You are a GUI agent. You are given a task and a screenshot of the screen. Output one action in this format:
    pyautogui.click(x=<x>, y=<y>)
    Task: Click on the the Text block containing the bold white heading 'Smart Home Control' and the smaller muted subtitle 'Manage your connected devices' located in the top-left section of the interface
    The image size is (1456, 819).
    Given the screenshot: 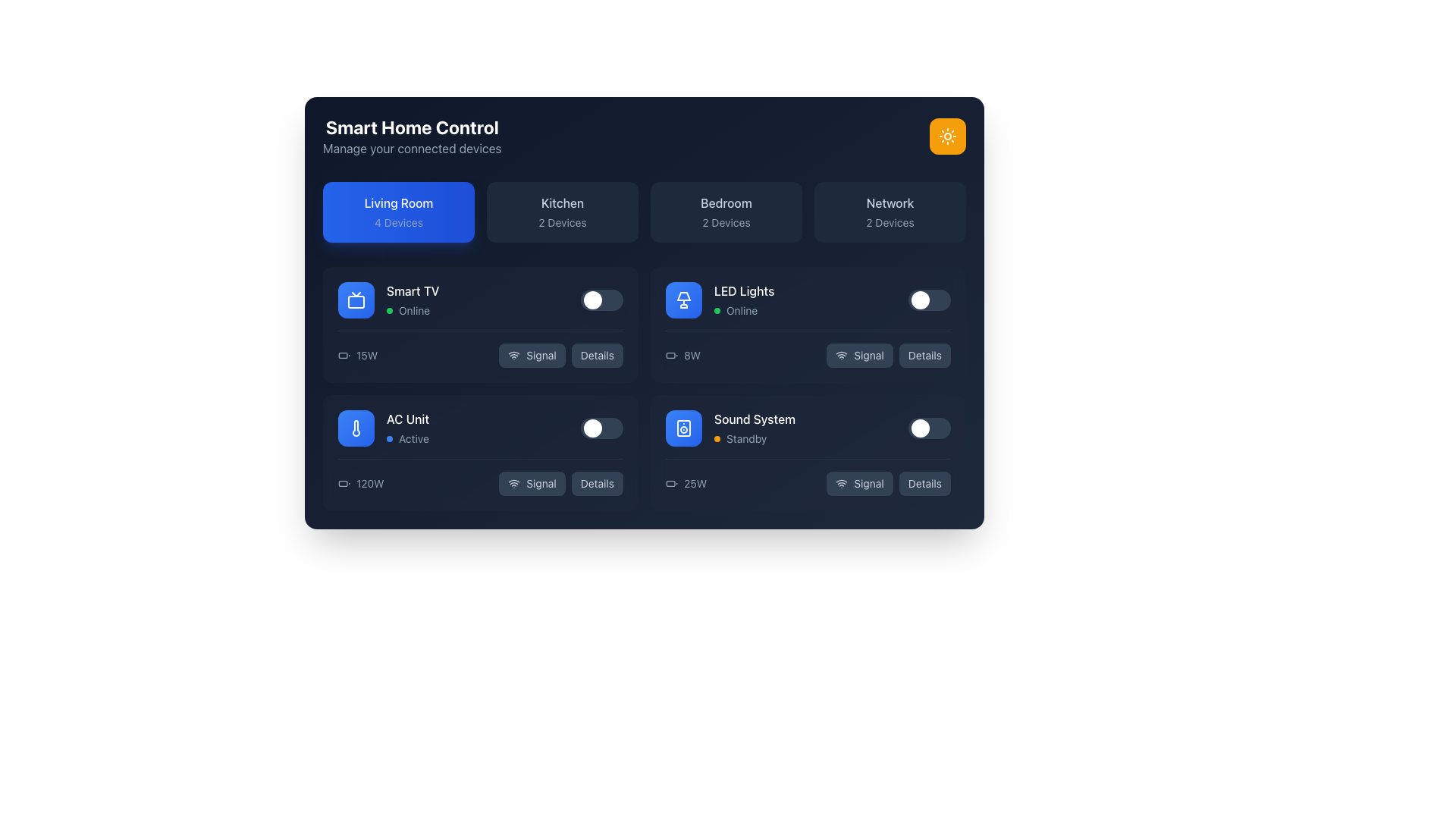 What is the action you would take?
    pyautogui.click(x=412, y=136)
    